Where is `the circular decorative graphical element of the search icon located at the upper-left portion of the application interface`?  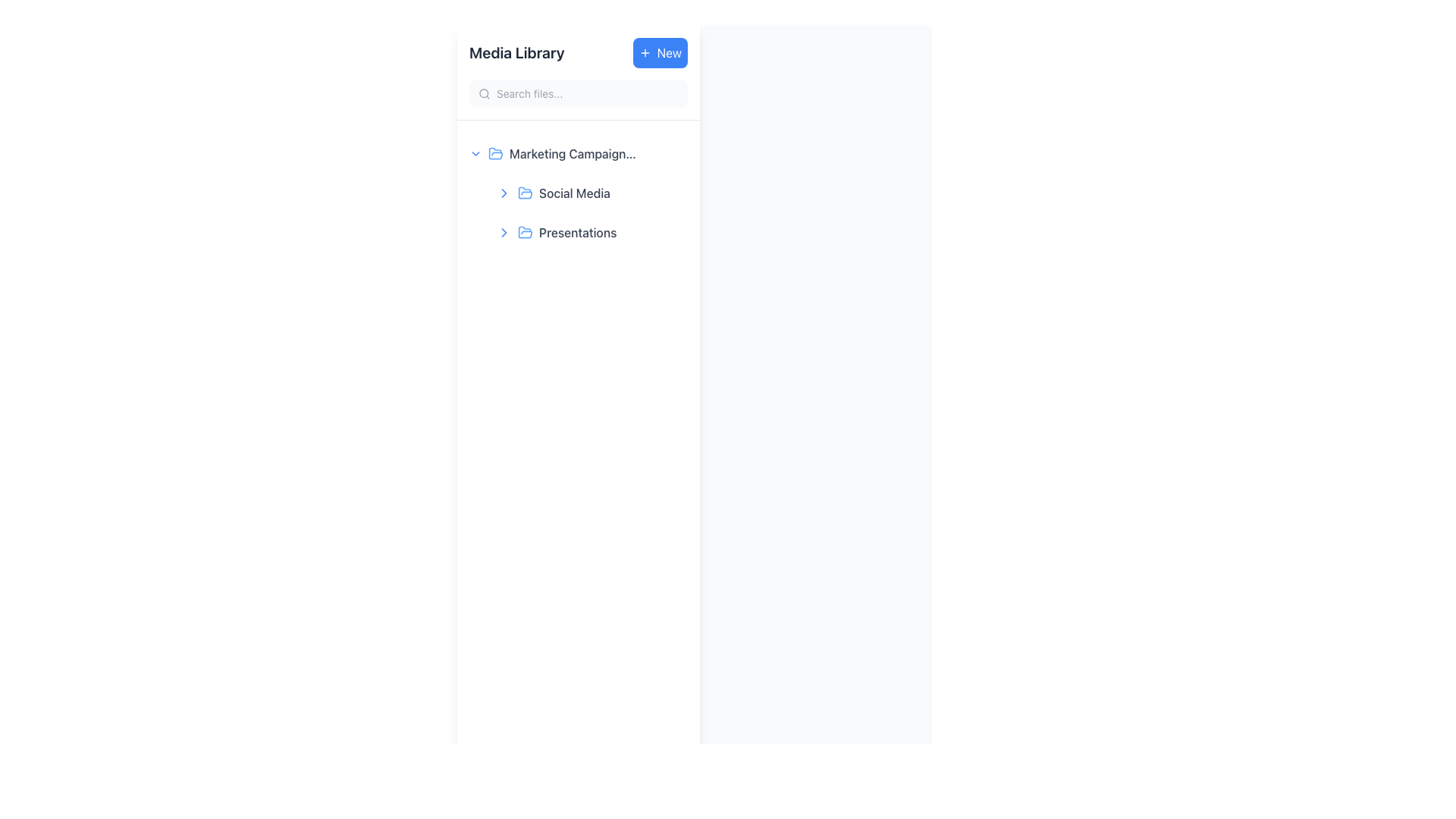 the circular decorative graphical element of the search icon located at the upper-left portion of the application interface is located at coordinates (483, 93).